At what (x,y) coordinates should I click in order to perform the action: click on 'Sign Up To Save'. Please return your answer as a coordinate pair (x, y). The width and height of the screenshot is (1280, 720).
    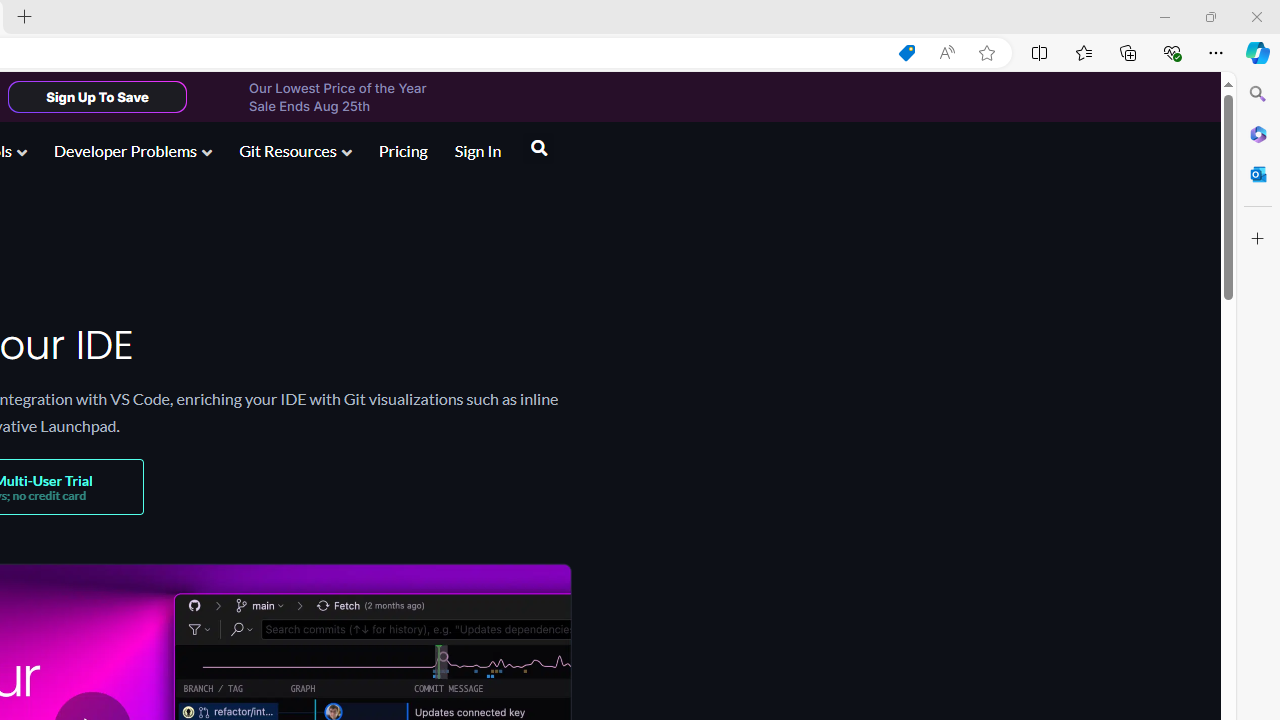
    Looking at the image, I should click on (96, 96).